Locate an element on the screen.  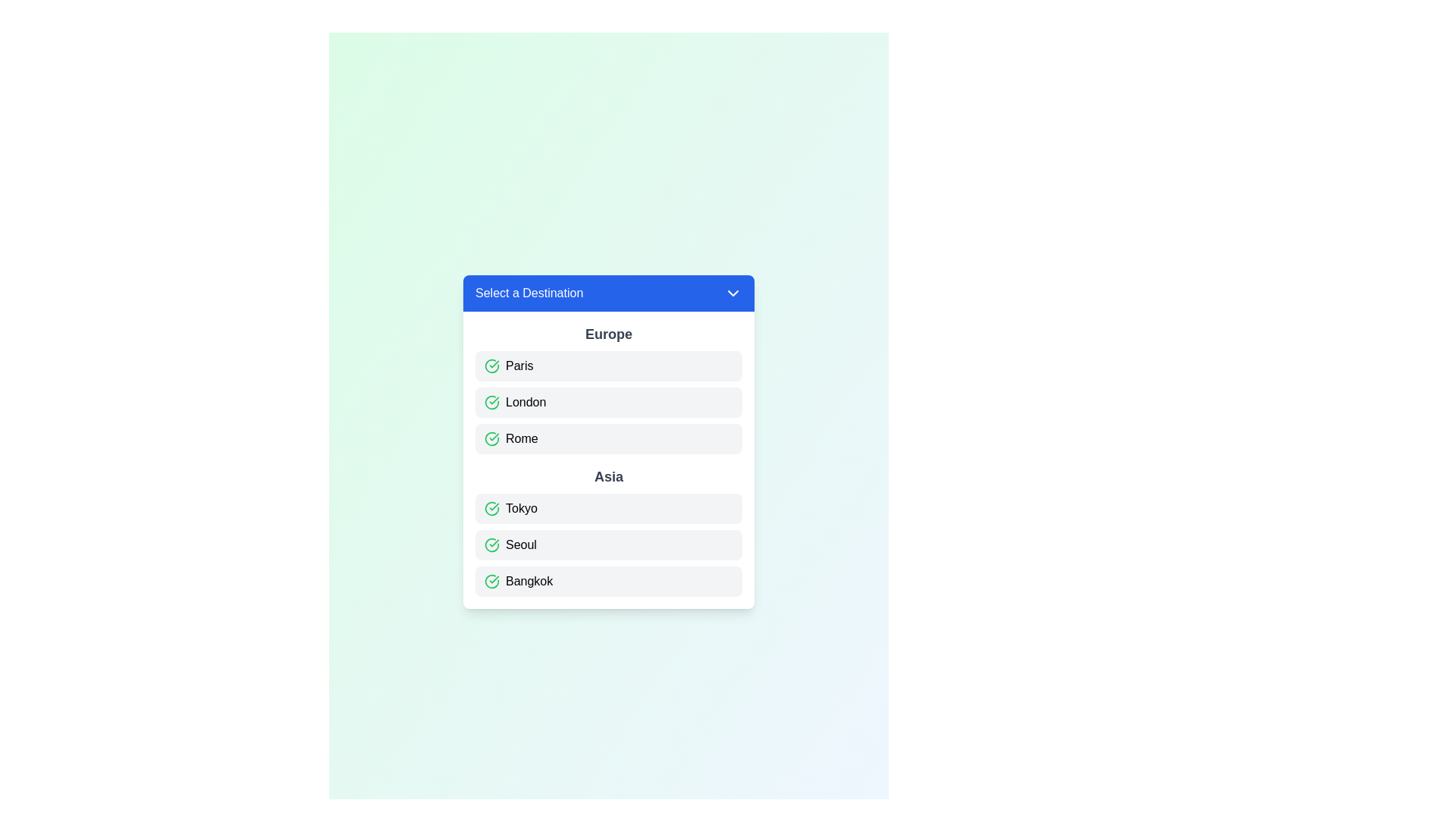
the circular green checkmark icon located to the left of the text 'Tokyo' in the fourth list item of the dropdown menu under 'Asia' is located at coordinates (491, 509).